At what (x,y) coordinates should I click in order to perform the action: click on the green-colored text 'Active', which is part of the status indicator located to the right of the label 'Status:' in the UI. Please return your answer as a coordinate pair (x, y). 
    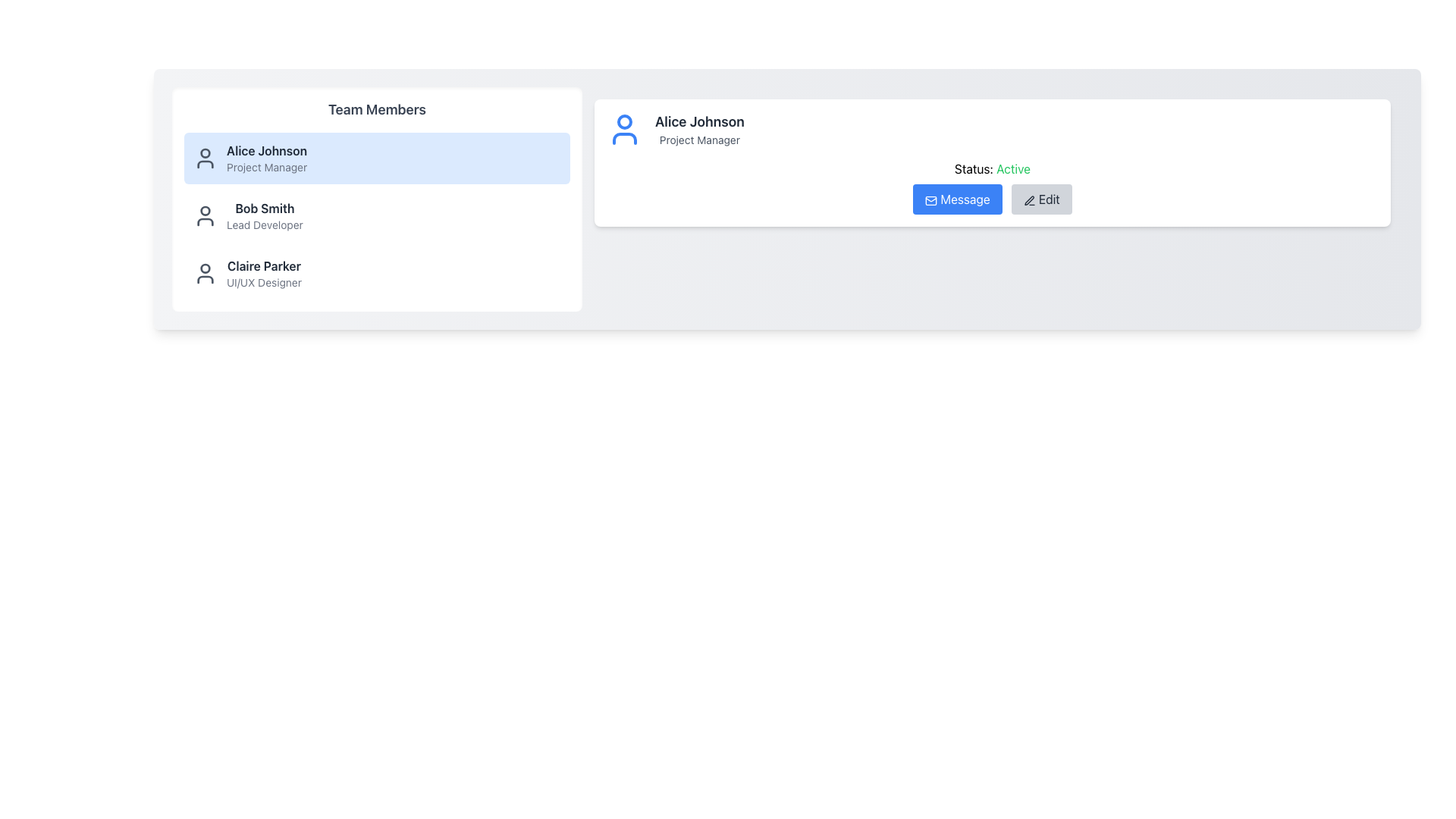
    Looking at the image, I should click on (1013, 169).